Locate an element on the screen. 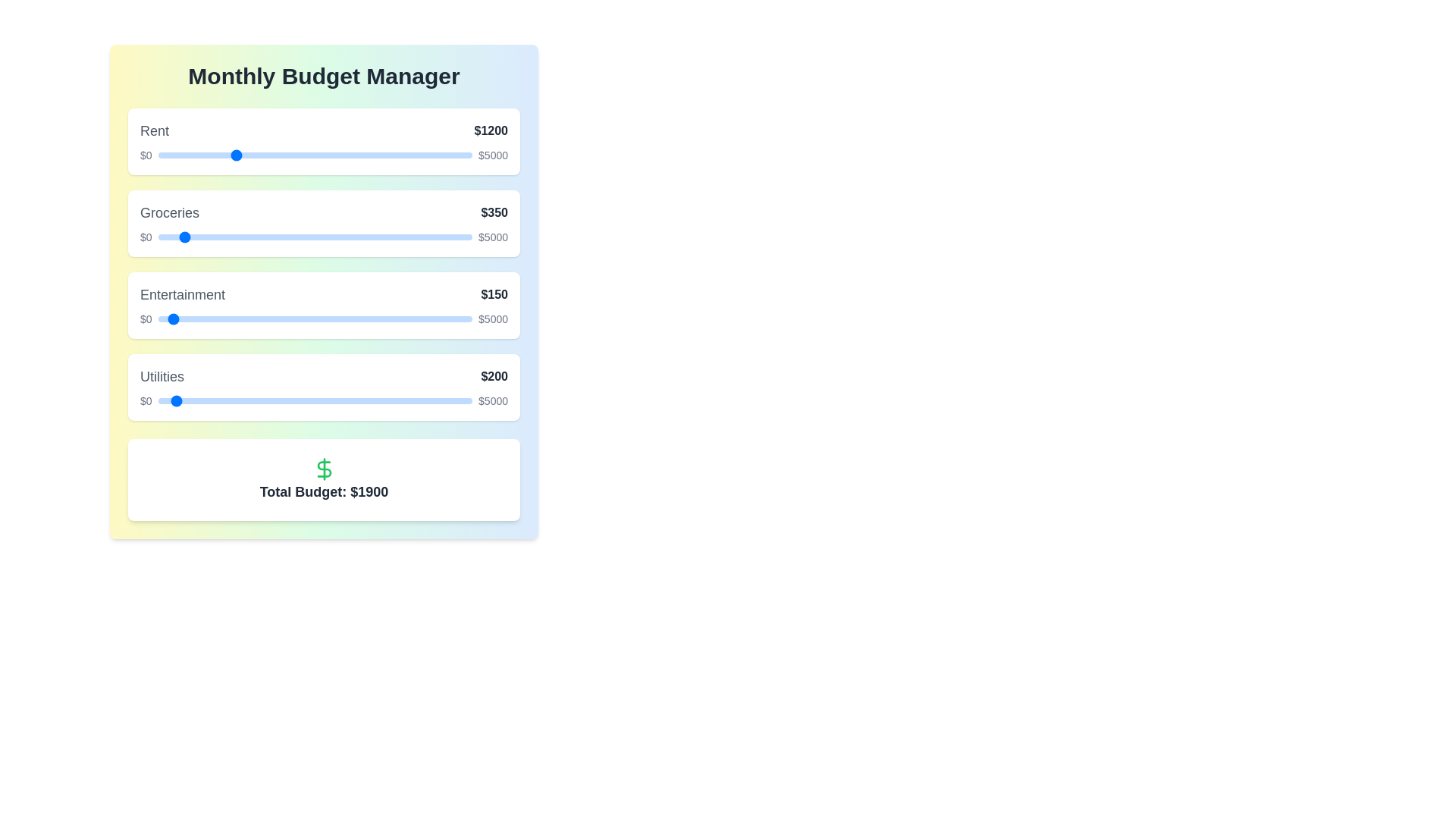 This screenshot has height=819, width=1456. the 'Utilities' slider is located at coordinates (184, 400).